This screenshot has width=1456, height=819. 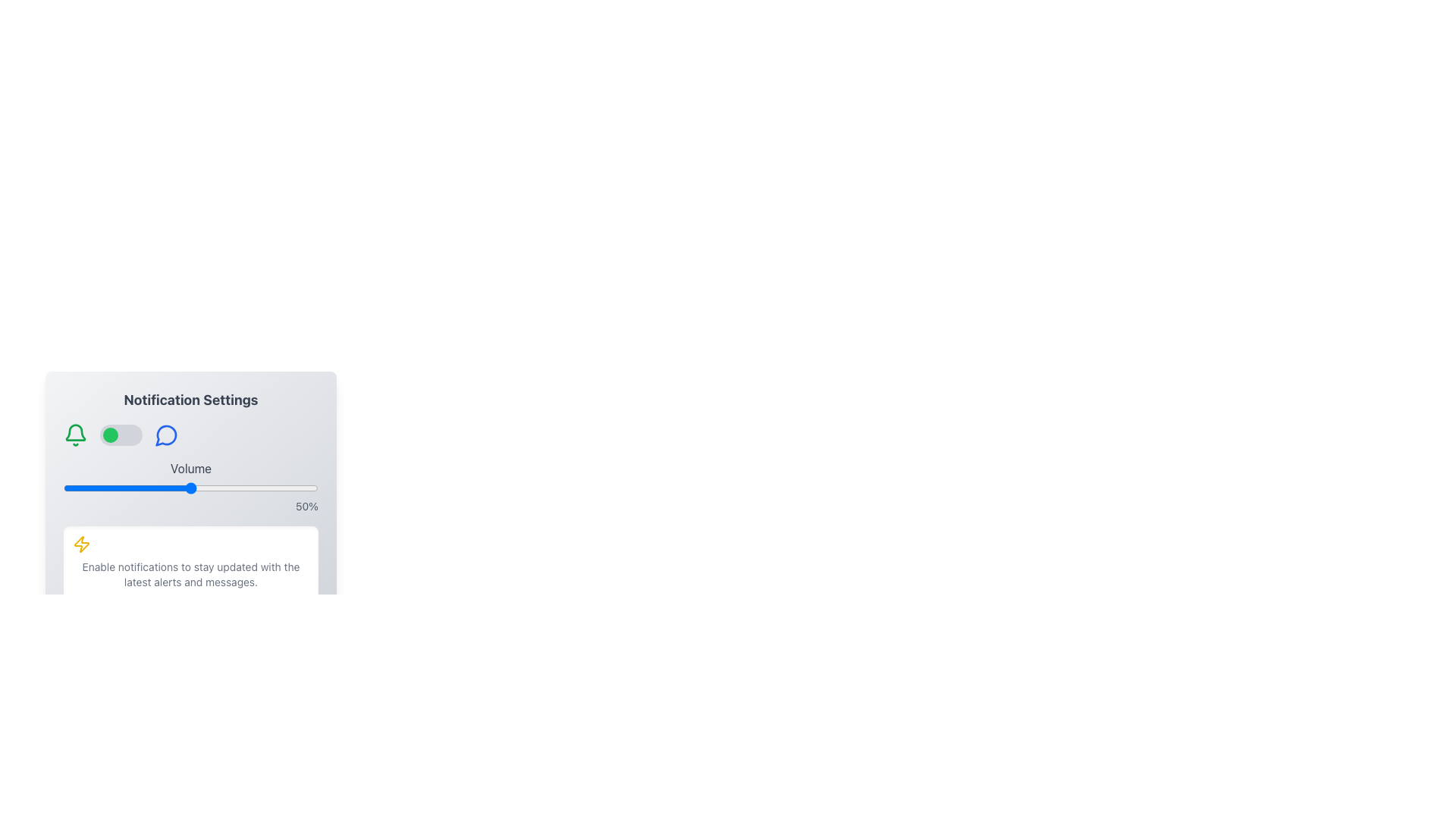 What do you see at coordinates (262, 488) in the screenshot?
I see `the volume` at bounding box center [262, 488].